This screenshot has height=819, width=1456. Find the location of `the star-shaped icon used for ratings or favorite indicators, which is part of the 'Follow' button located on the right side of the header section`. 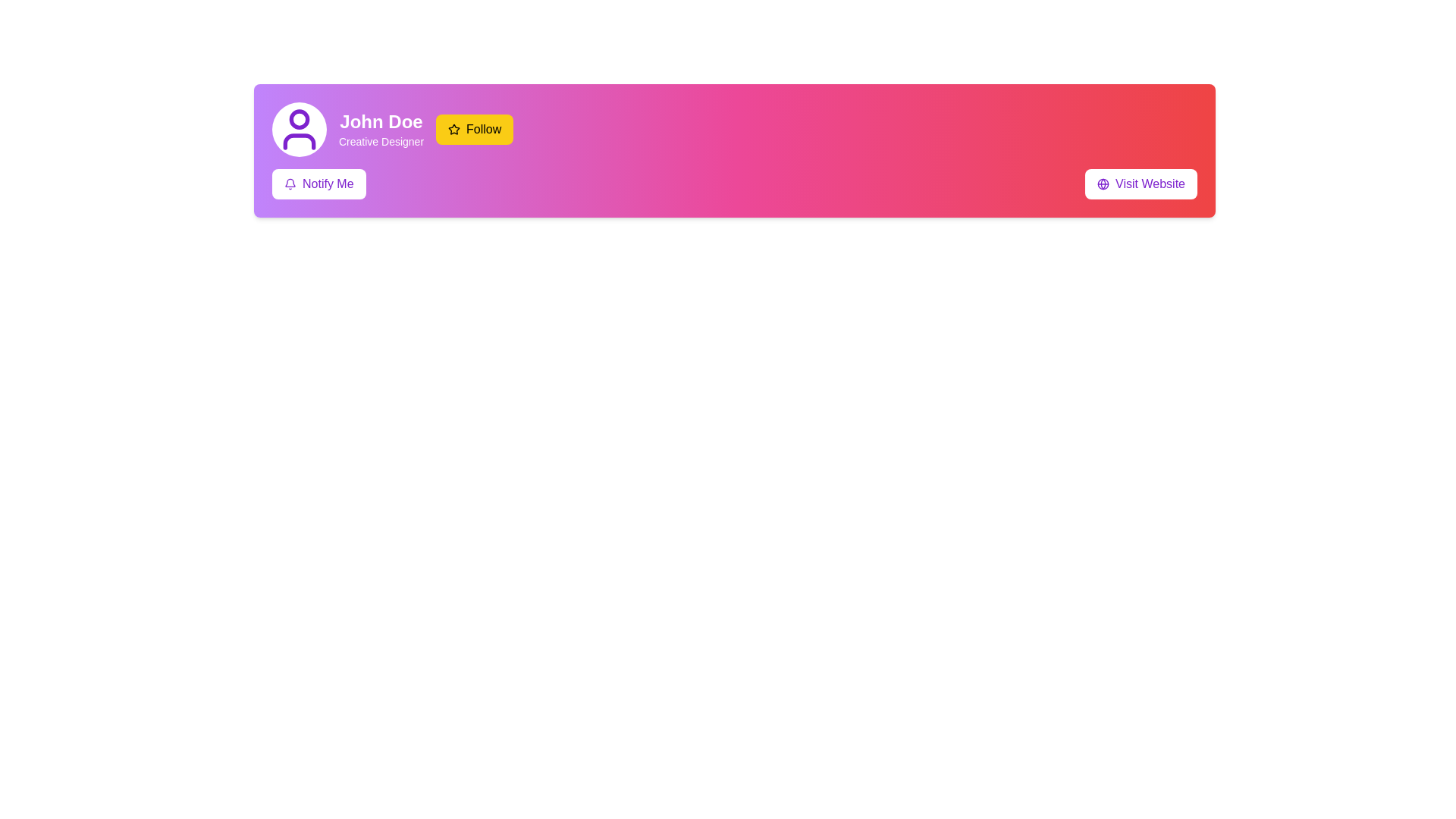

the star-shaped icon used for ratings or favorite indicators, which is part of the 'Follow' button located on the right side of the header section is located at coordinates (453, 128).